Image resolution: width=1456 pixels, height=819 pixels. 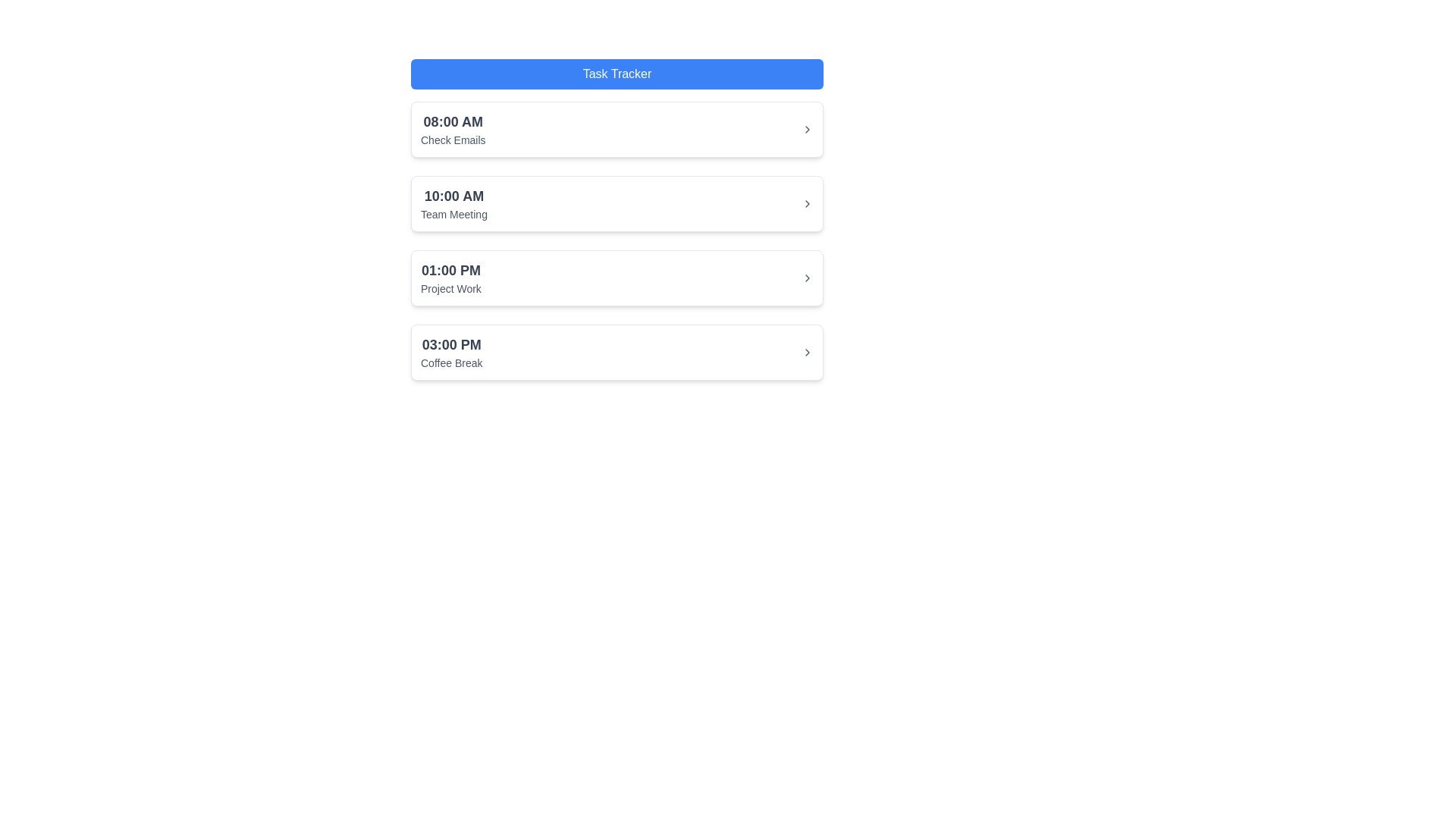 I want to click on the 'Team Meeting' event in the daily planner, so click(x=617, y=203).